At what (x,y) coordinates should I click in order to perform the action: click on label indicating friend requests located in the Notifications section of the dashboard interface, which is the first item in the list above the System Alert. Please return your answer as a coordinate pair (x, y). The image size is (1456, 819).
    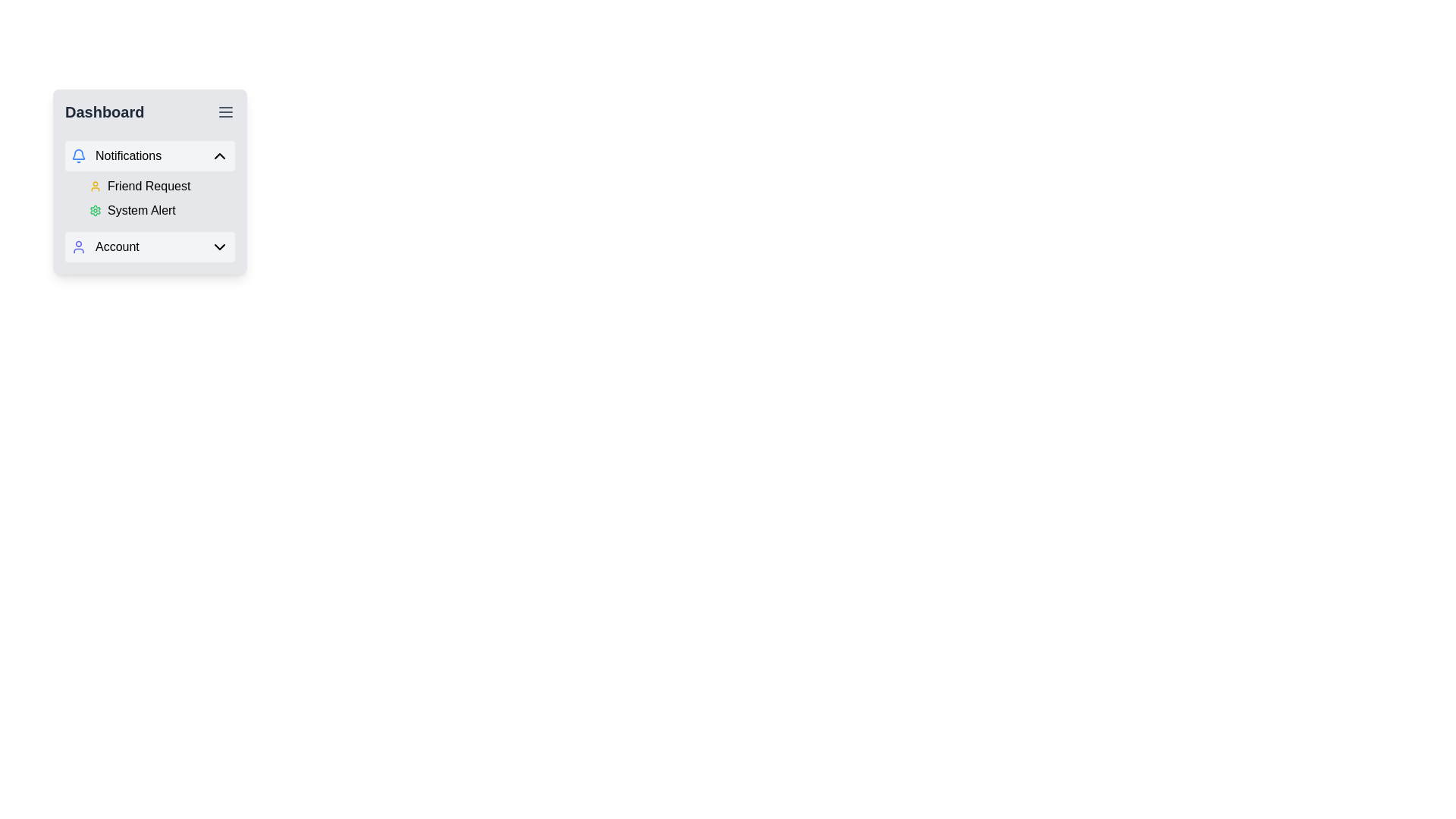
    Looking at the image, I should click on (162, 186).